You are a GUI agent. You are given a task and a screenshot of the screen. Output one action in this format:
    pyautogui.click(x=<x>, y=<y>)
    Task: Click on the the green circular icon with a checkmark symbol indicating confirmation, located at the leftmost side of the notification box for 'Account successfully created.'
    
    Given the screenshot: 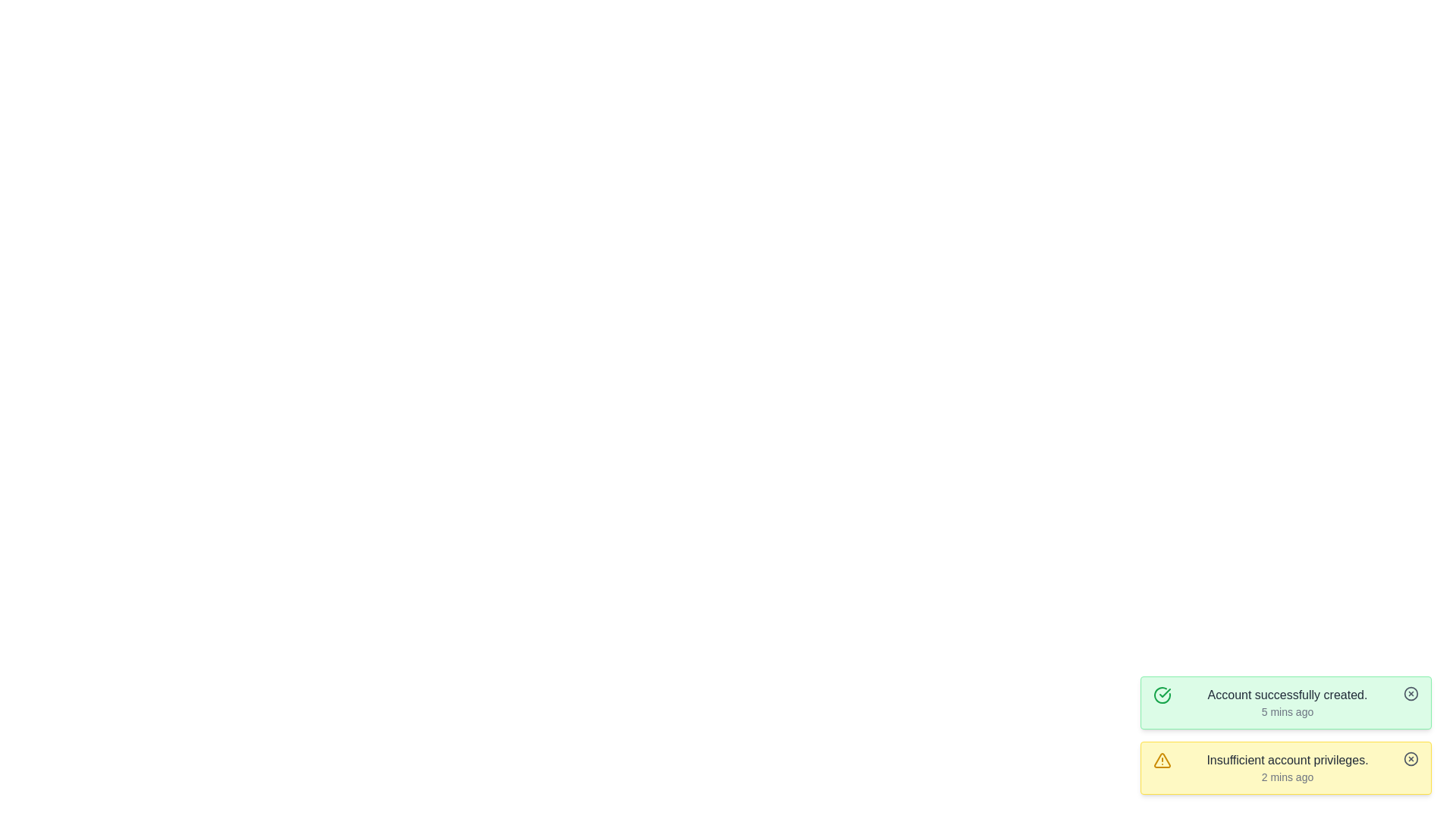 What is the action you would take?
    pyautogui.click(x=1161, y=695)
    